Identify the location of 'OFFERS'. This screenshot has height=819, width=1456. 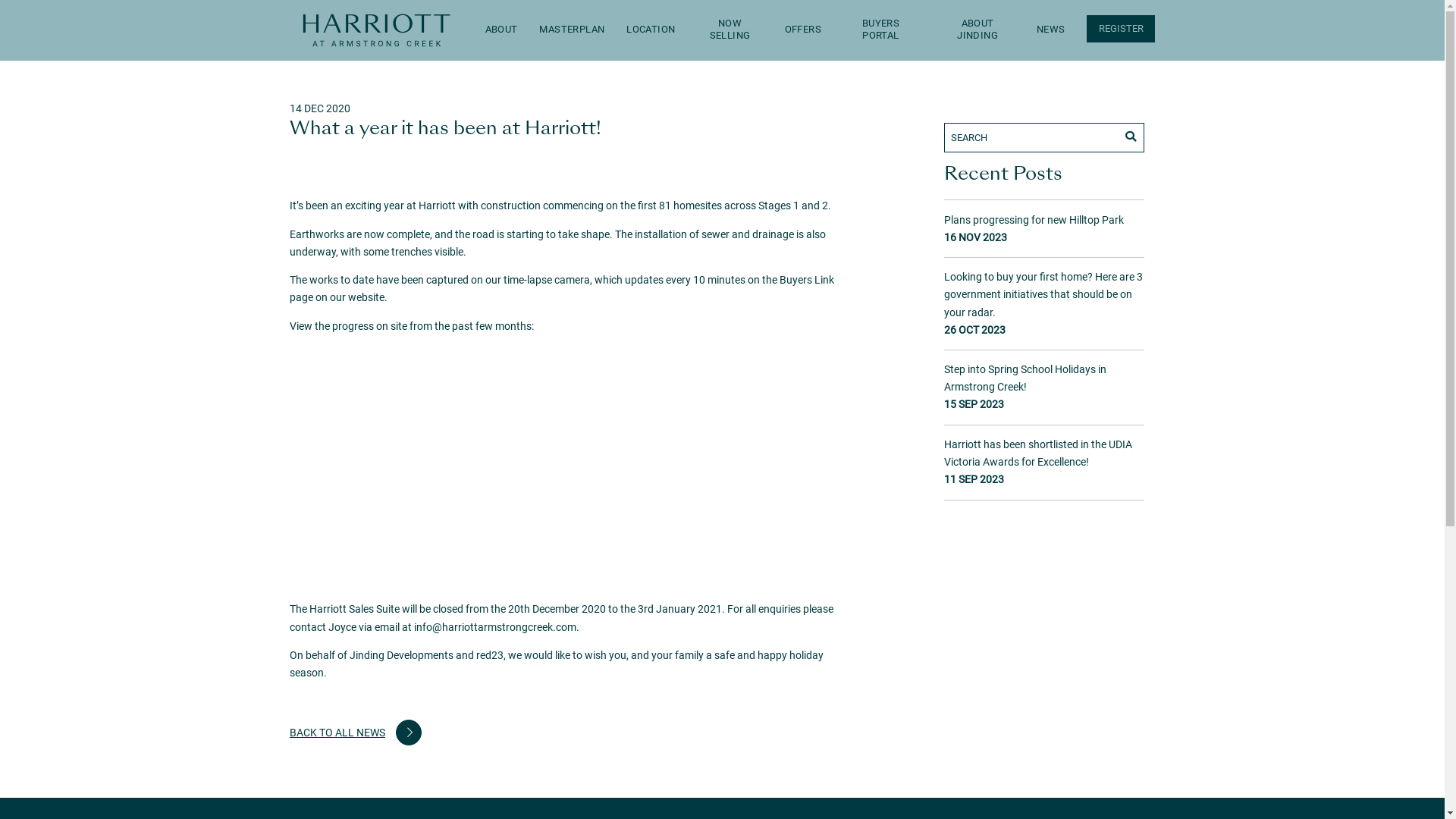
(802, 30).